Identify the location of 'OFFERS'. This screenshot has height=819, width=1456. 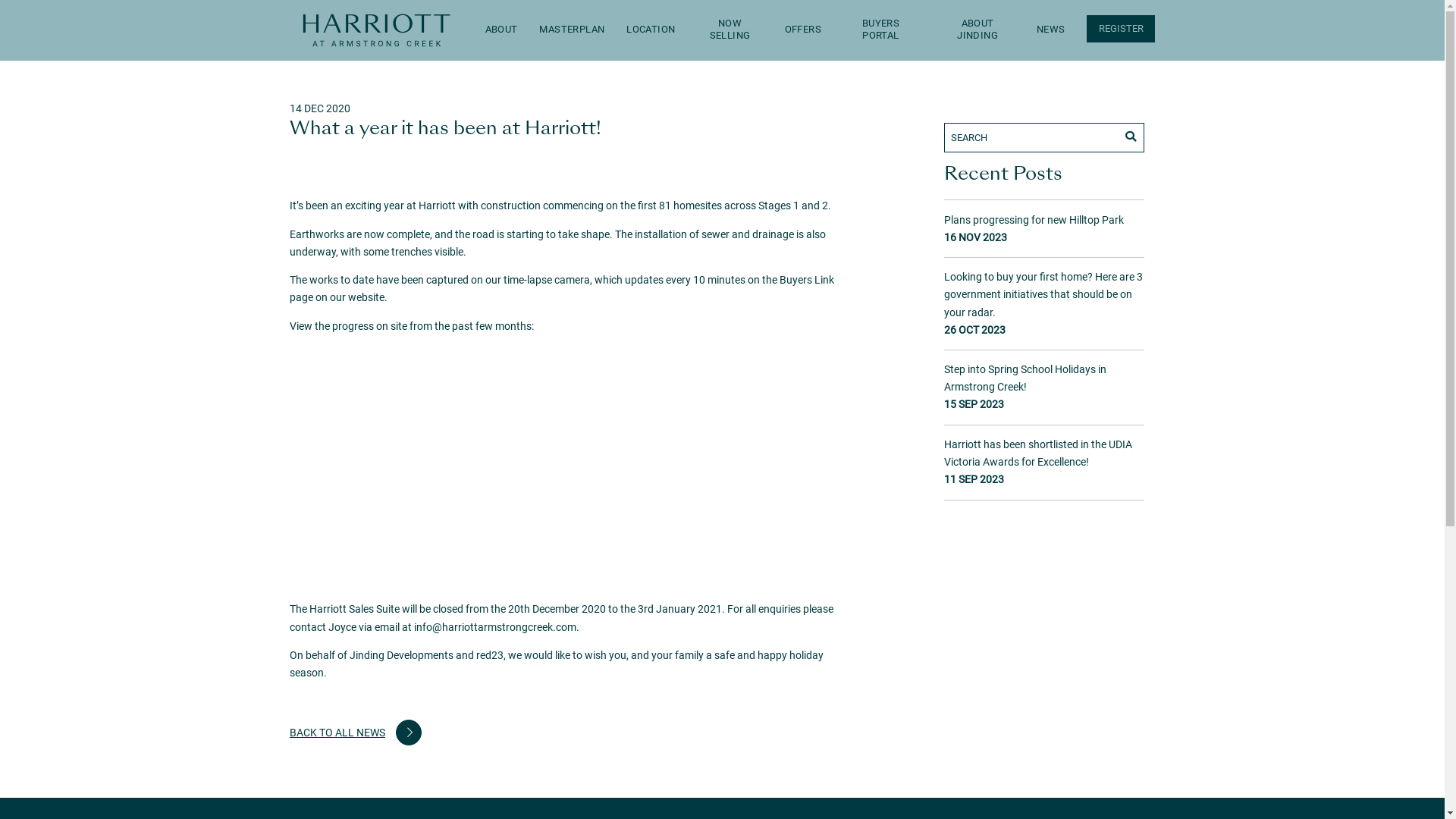
(802, 30).